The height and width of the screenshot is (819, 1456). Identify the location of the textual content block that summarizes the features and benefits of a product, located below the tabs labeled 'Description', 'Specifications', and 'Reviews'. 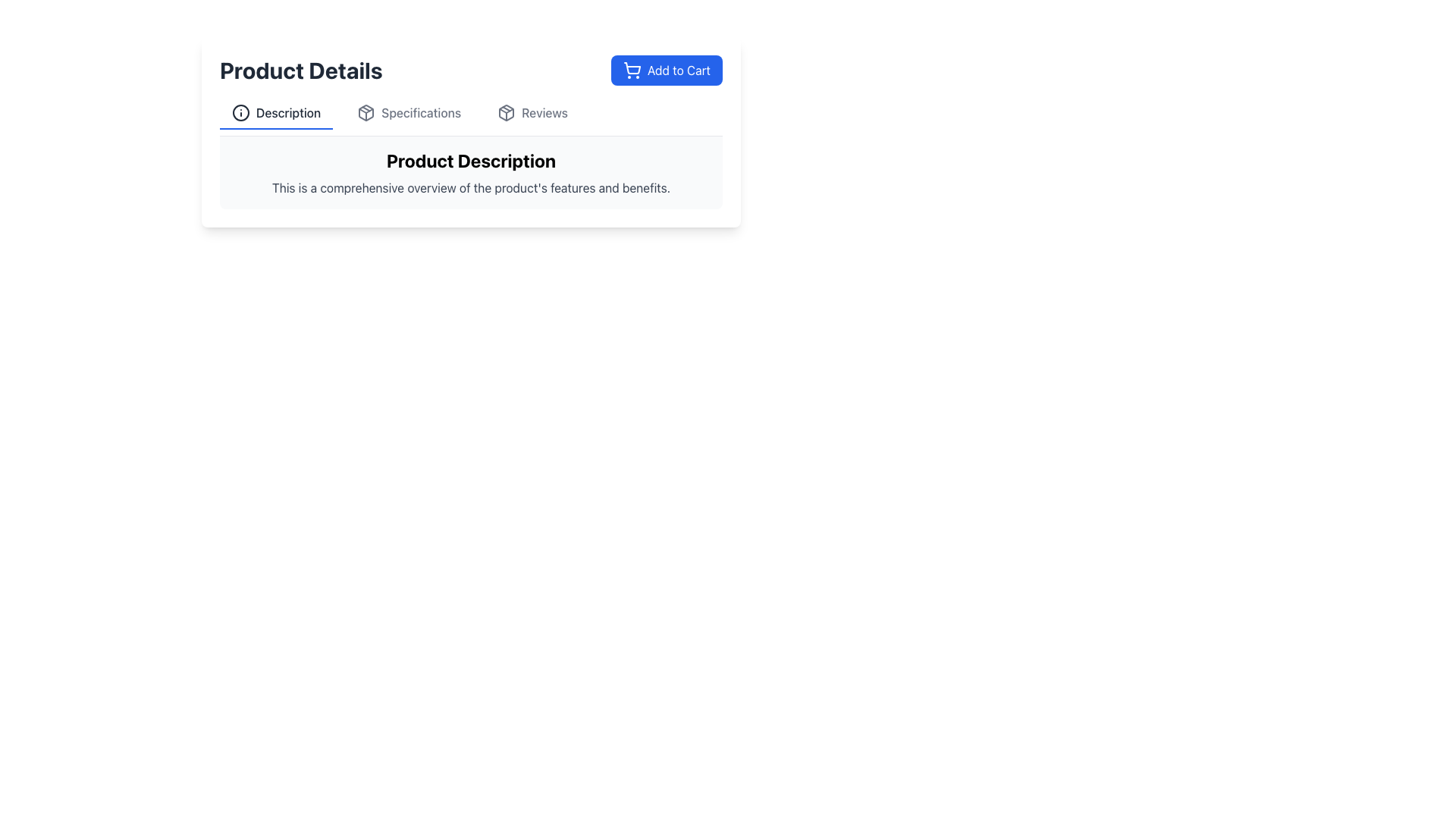
(470, 171).